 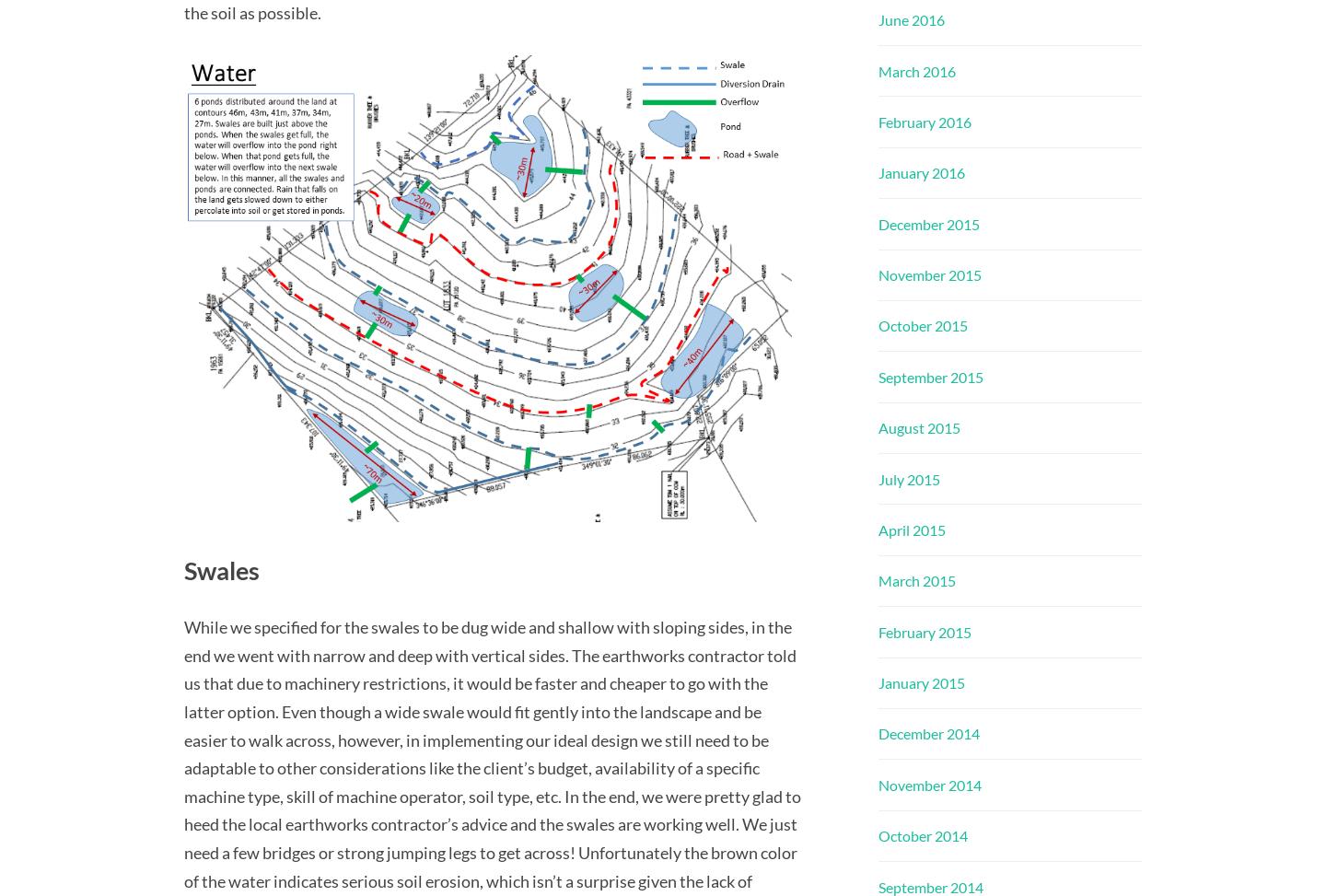 What do you see at coordinates (878, 324) in the screenshot?
I see `'October 2015'` at bounding box center [878, 324].